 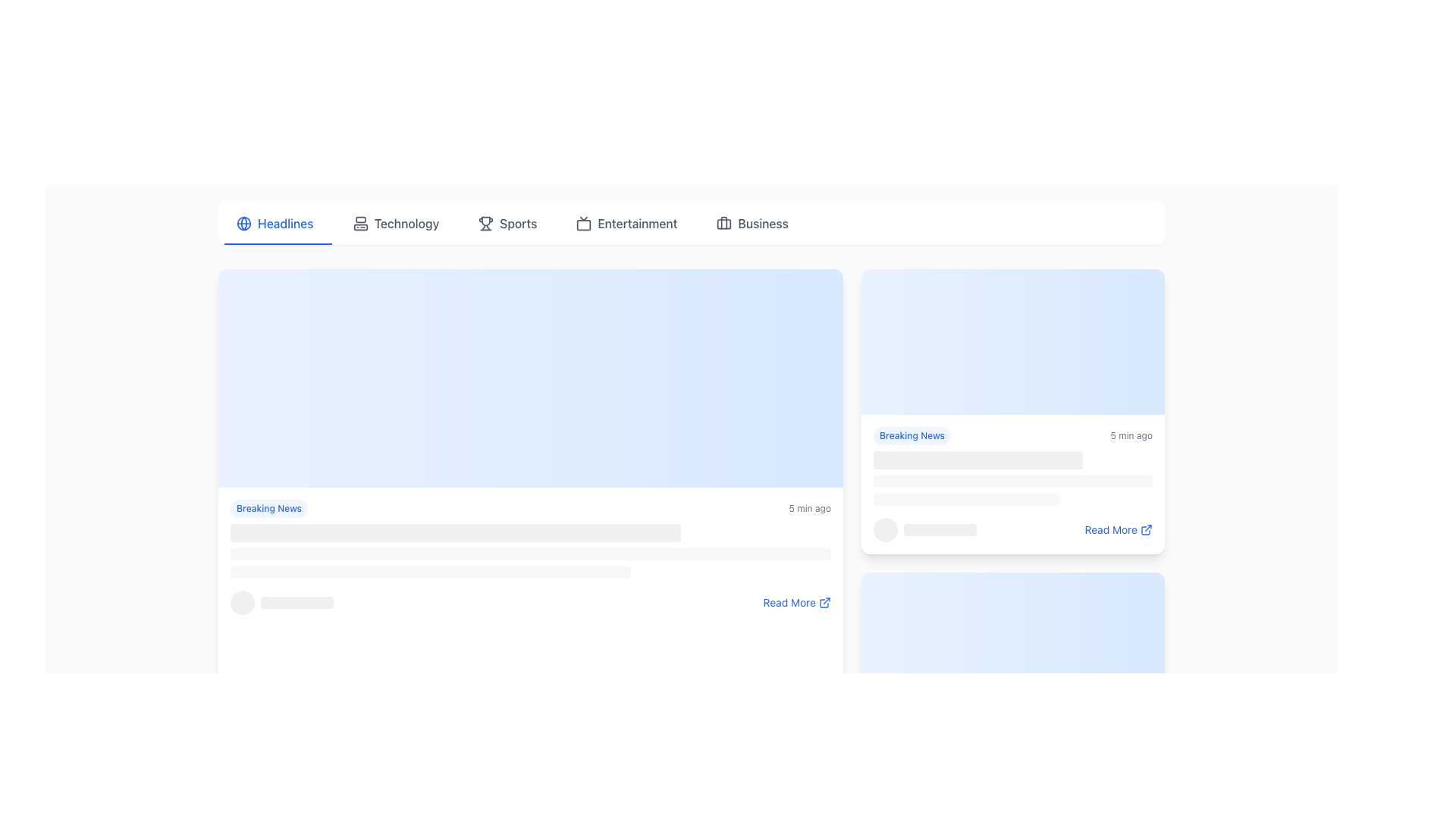 I want to click on the leftmost line of the briefcase icon, which is a decorative component in the SVG element located in the navigation bar, so click(x=723, y=223).